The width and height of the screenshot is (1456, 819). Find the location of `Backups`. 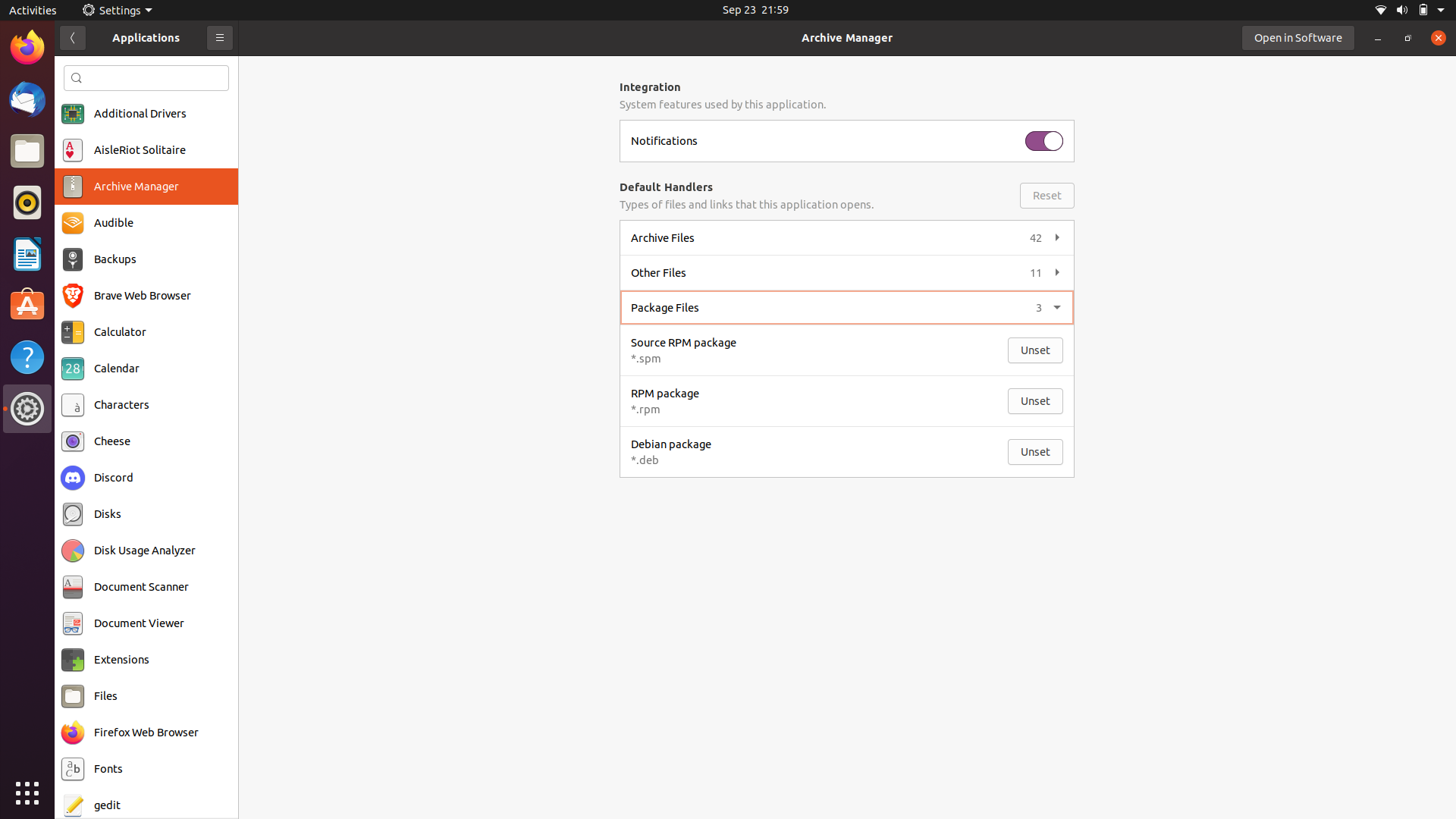

Backups is located at coordinates (146, 260).